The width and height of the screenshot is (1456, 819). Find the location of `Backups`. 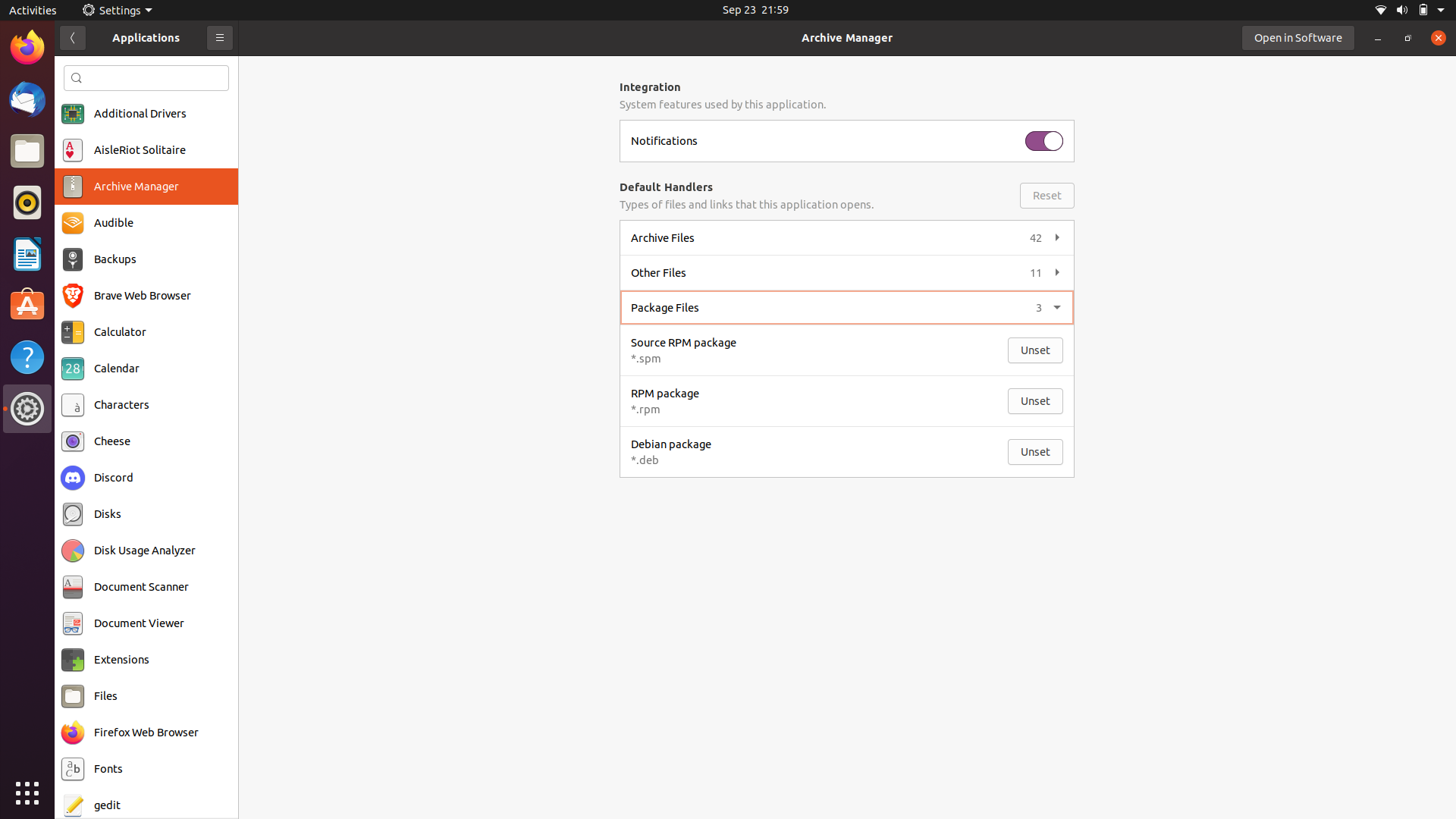

Backups is located at coordinates (146, 260).